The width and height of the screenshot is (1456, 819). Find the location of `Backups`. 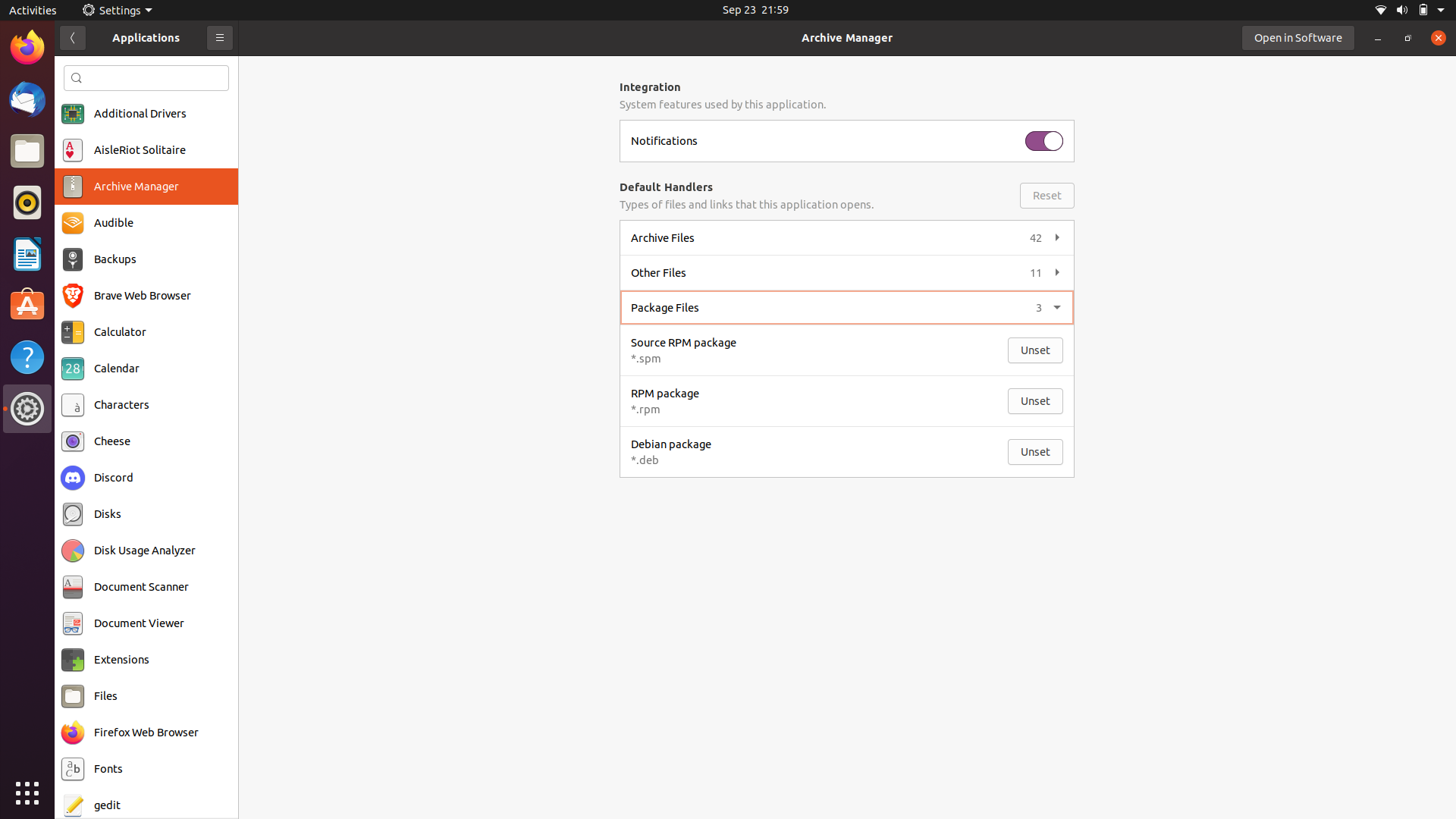

Backups is located at coordinates (146, 260).